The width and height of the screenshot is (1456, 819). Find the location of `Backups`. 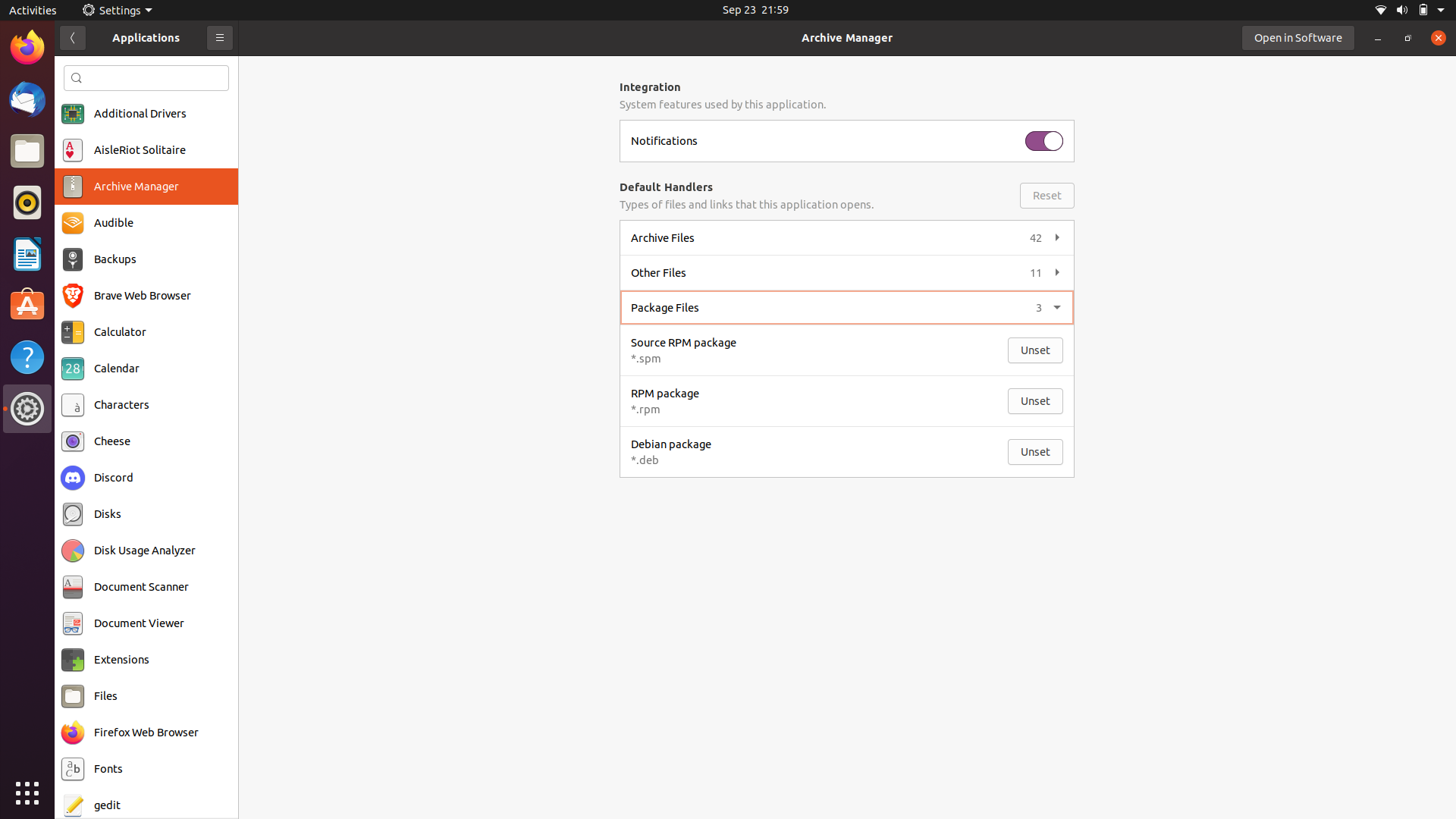

Backups is located at coordinates (146, 260).